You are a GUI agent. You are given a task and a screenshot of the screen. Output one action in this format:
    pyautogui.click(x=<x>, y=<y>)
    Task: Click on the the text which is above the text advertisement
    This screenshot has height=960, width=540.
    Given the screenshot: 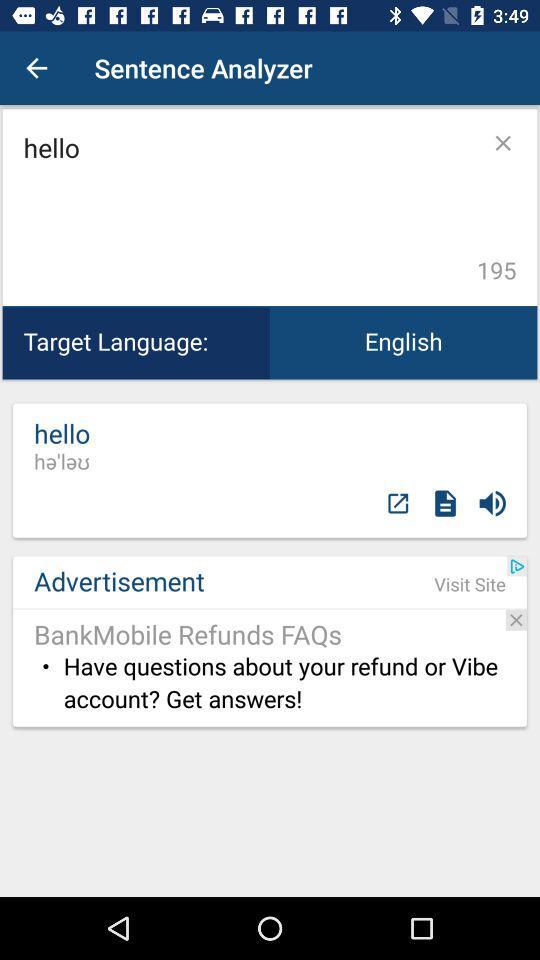 What is the action you would take?
    pyautogui.click(x=62, y=446)
    